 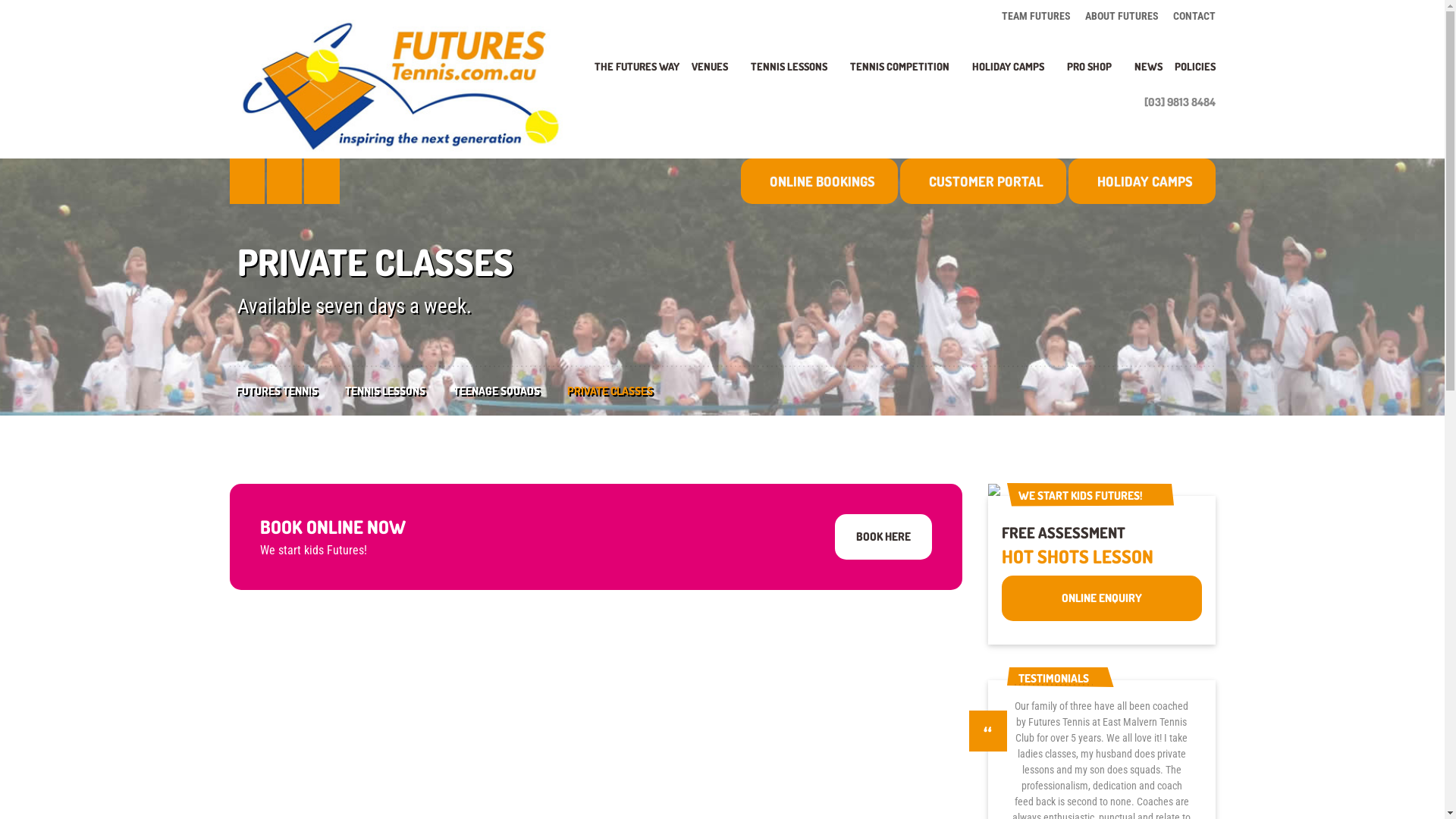 I want to click on 'NEWS', so click(x=1128, y=74).